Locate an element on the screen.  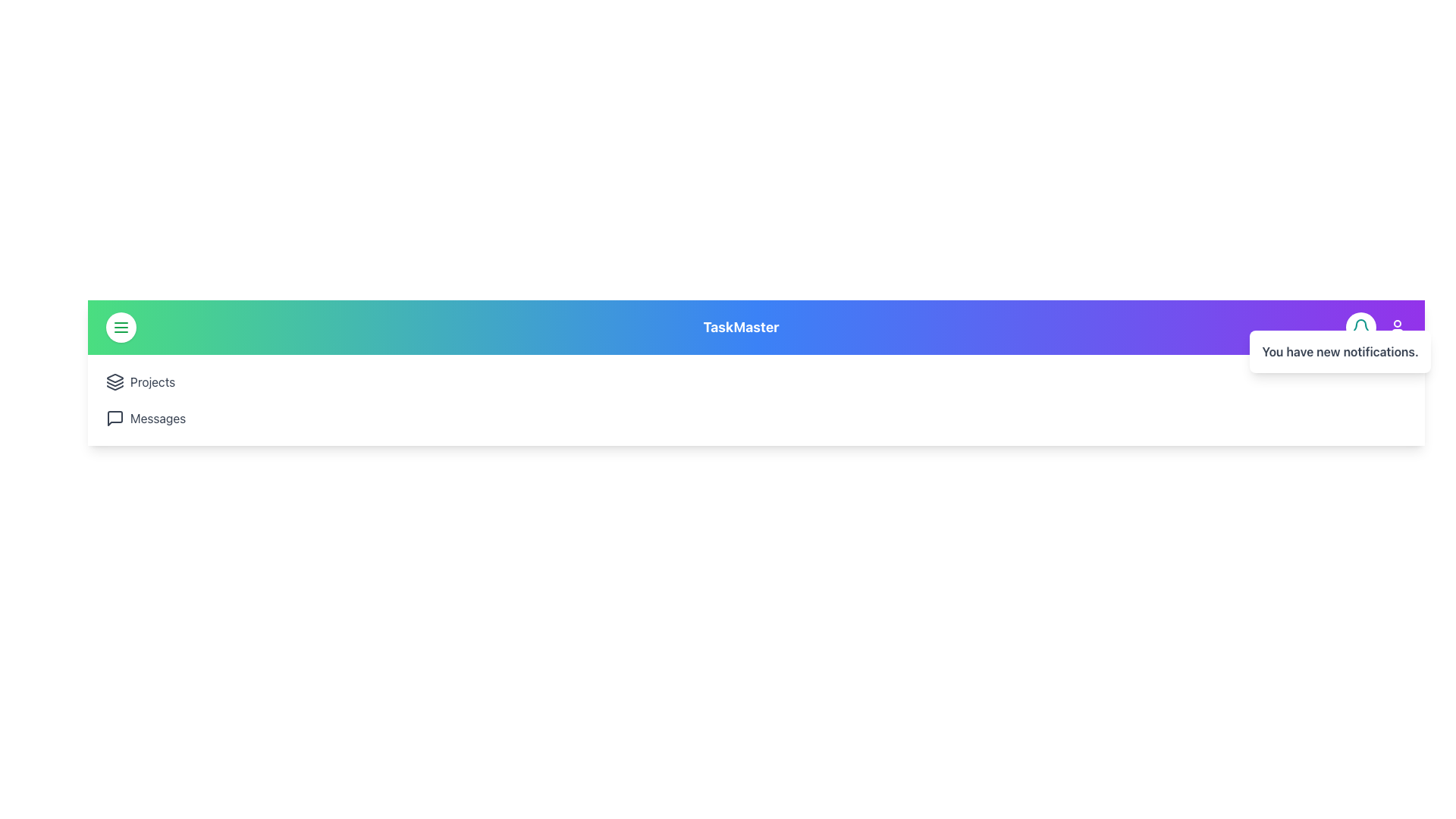
the middle layer icon in the sidebar, which is part of a three-layered decorative icon adjacent to the menu icon is located at coordinates (115, 383).